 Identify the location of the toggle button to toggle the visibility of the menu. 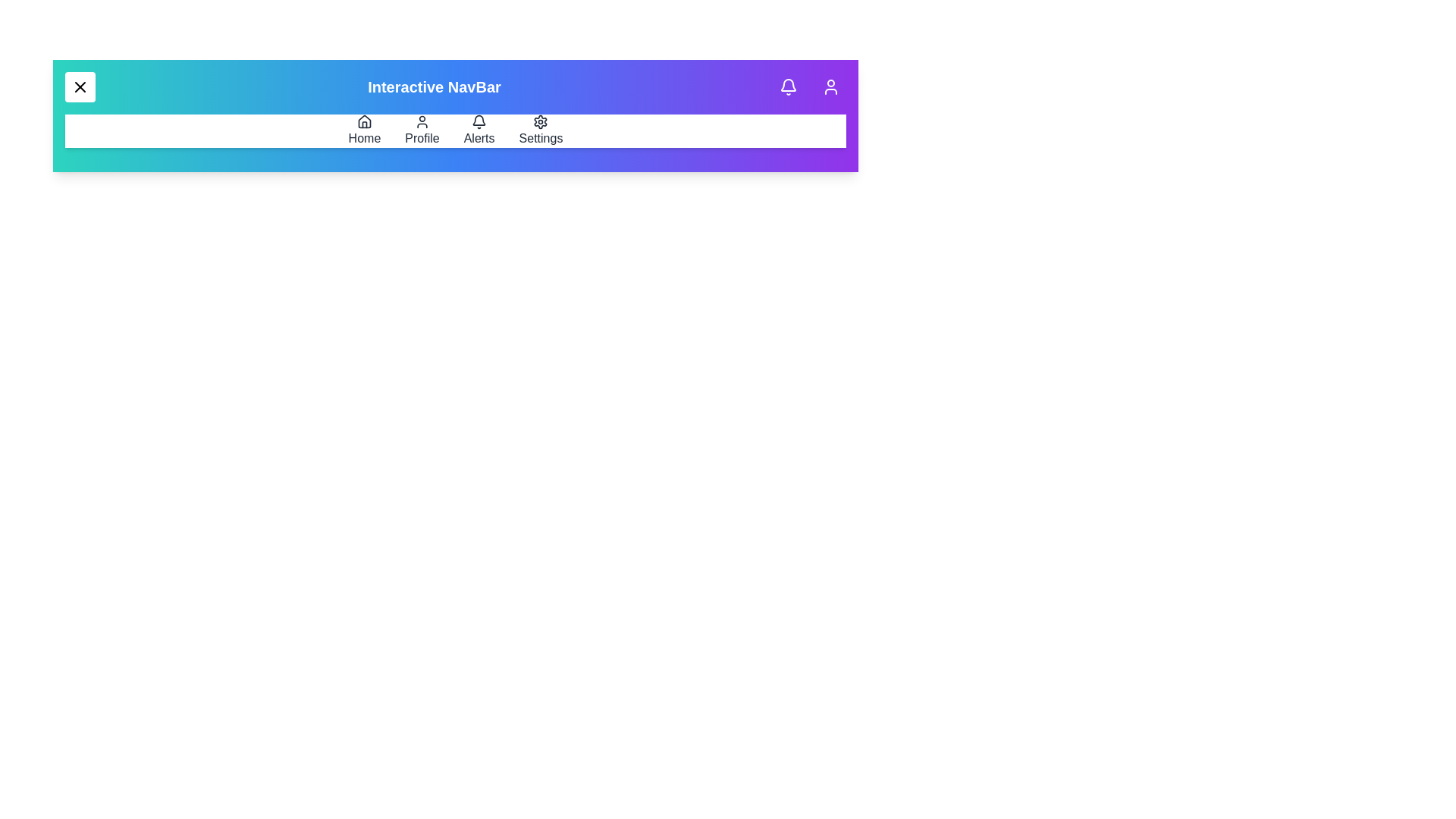
(79, 87).